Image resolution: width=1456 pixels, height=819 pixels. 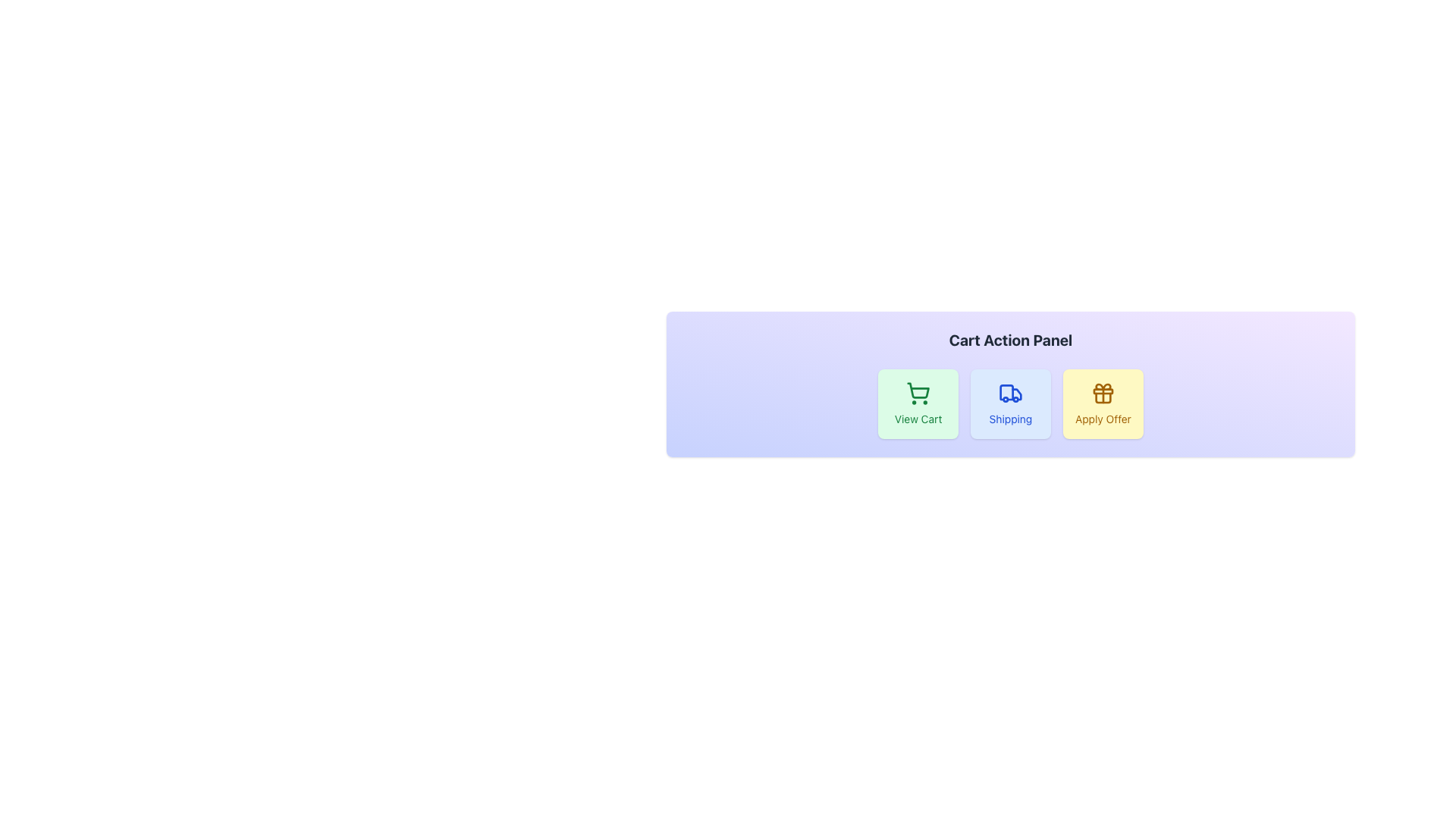 I want to click on the 'Shipping' button in the Cart Action Panel, so click(x=1011, y=403).